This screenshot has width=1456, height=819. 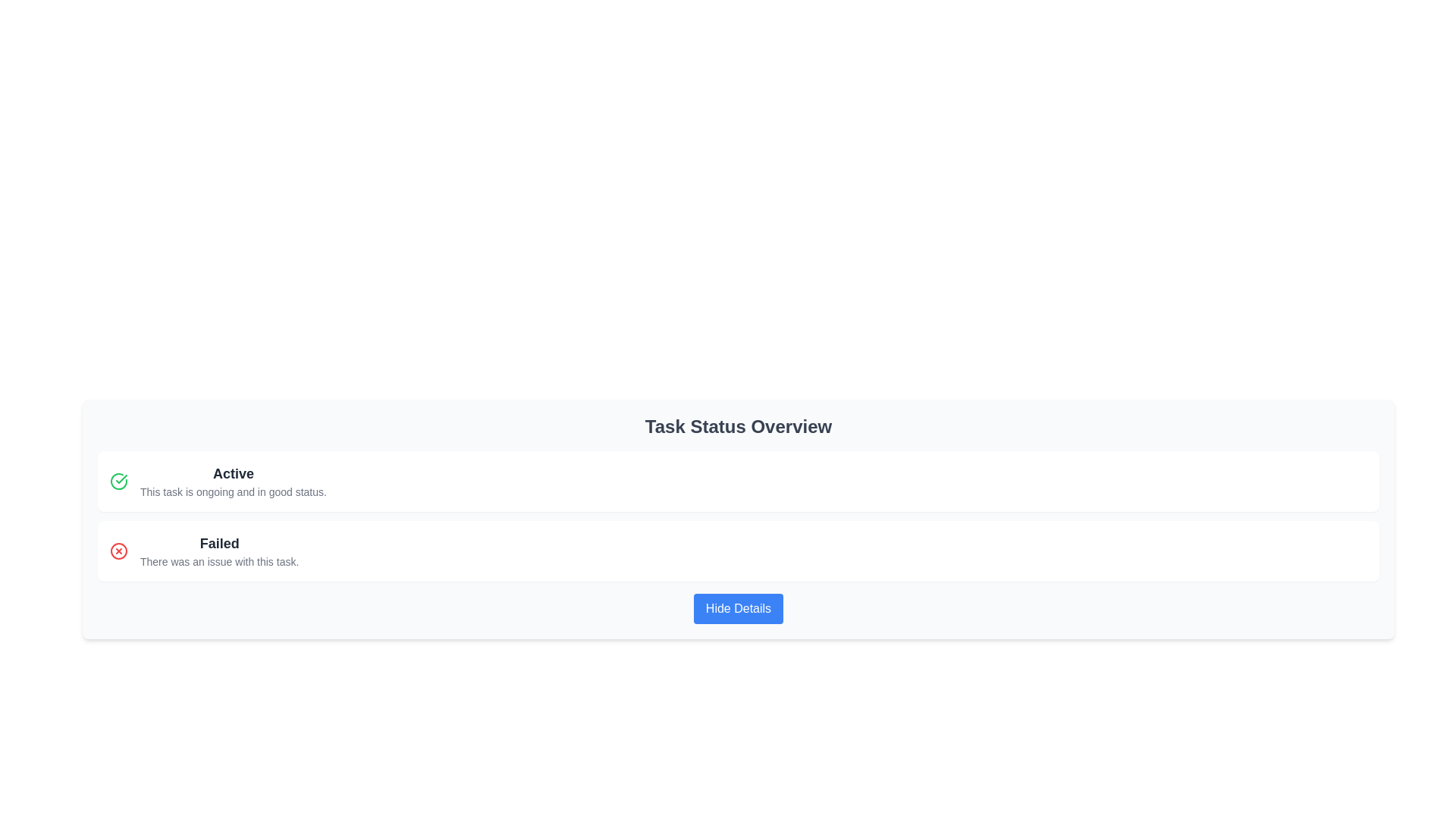 I want to click on status title label indicating 'Failed', which is located in the lower status box as the first line above its sibling text, so click(x=218, y=543).